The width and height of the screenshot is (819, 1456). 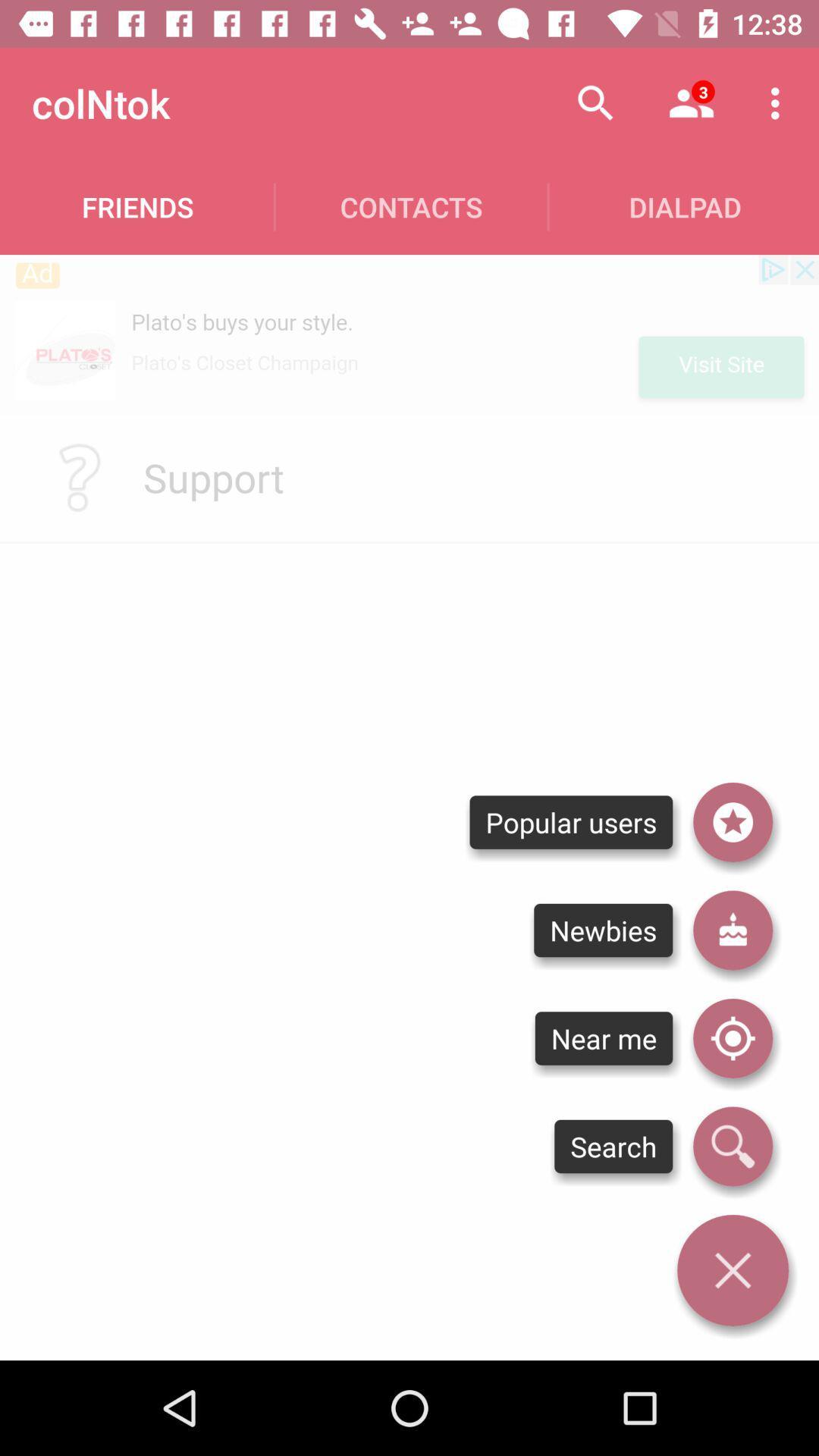 I want to click on the support, so click(x=213, y=476).